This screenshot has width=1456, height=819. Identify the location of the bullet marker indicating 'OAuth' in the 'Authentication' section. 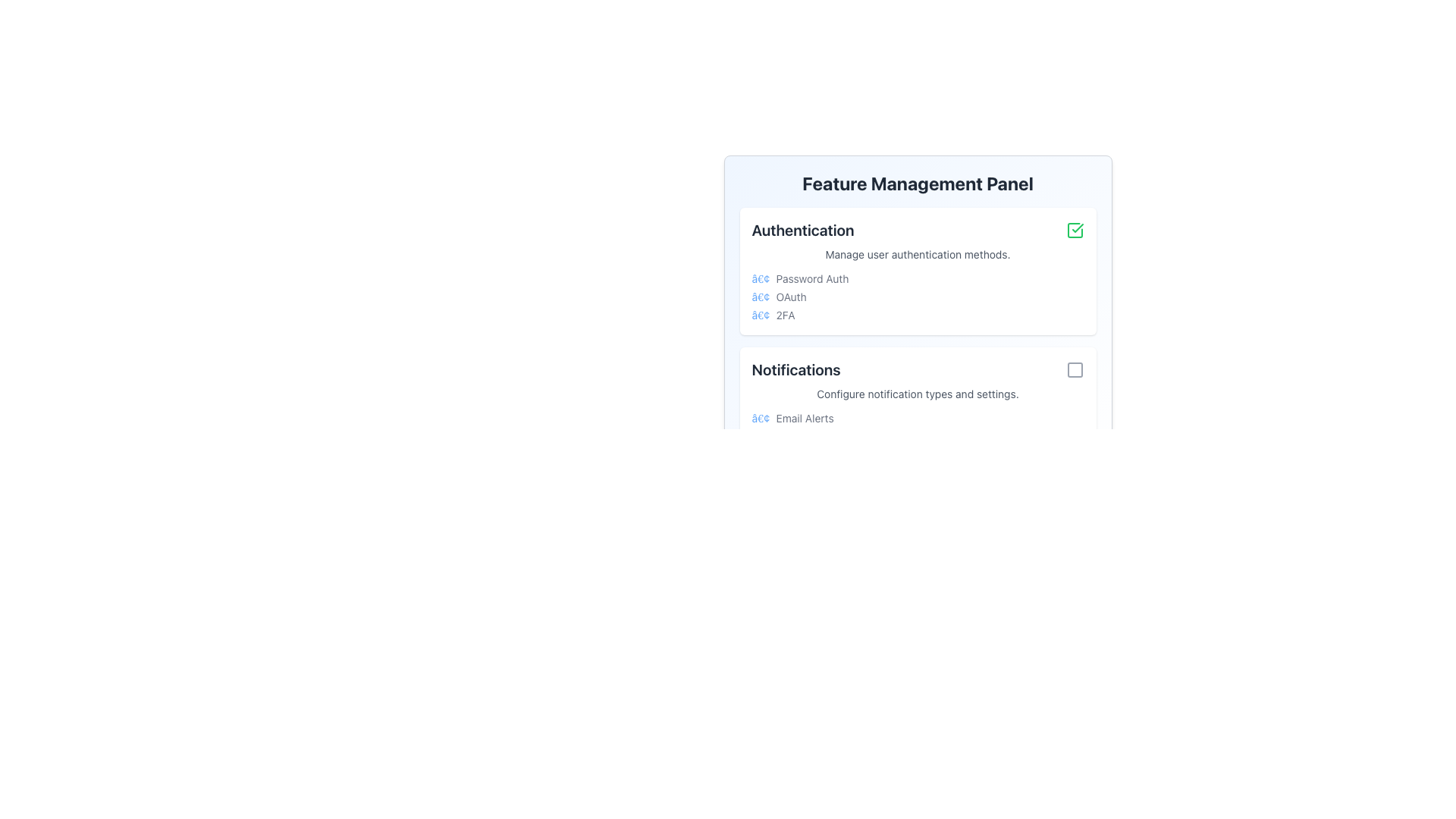
(761, 297).